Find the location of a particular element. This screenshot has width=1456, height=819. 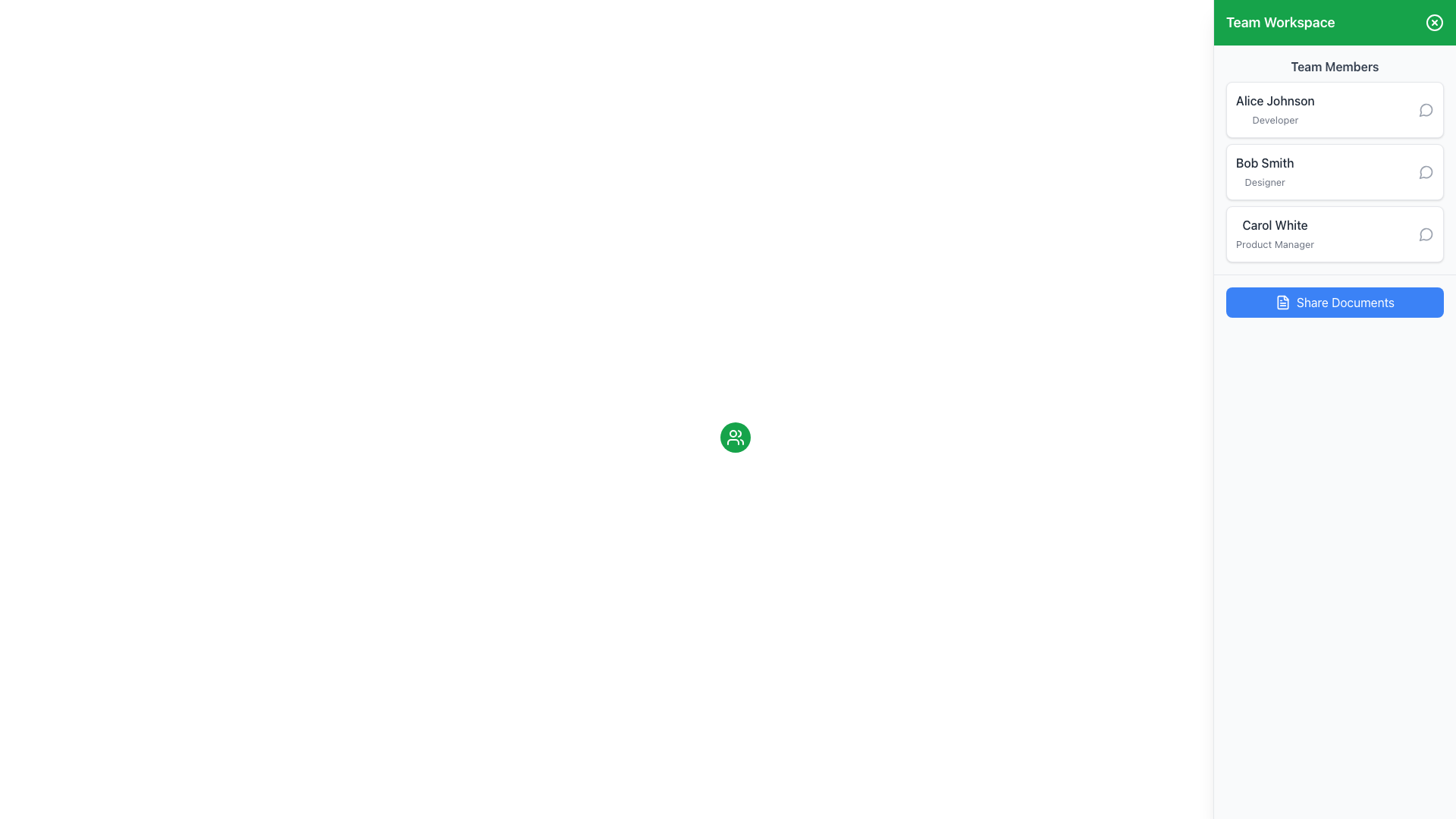

the messaging icon located in the right-hand panel under 'Team Workspace', adjacent to the name 'Carol White', which is the right-most icon in its row is located at coordinates (1426, 234).